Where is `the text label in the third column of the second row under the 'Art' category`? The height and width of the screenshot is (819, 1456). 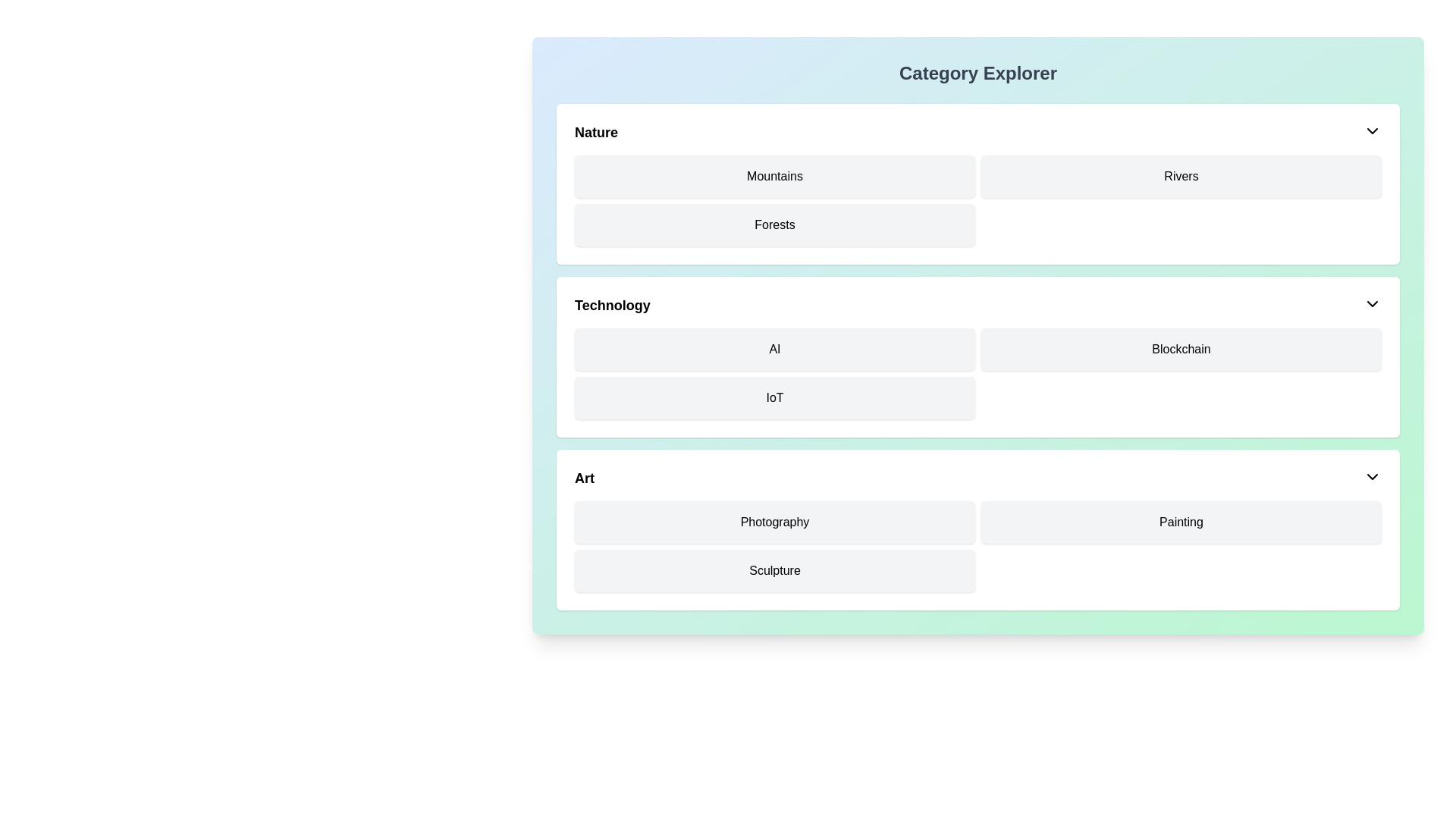 the text label in the third column of the second row under the 'Art' category is located at coordinates (1181, 522).